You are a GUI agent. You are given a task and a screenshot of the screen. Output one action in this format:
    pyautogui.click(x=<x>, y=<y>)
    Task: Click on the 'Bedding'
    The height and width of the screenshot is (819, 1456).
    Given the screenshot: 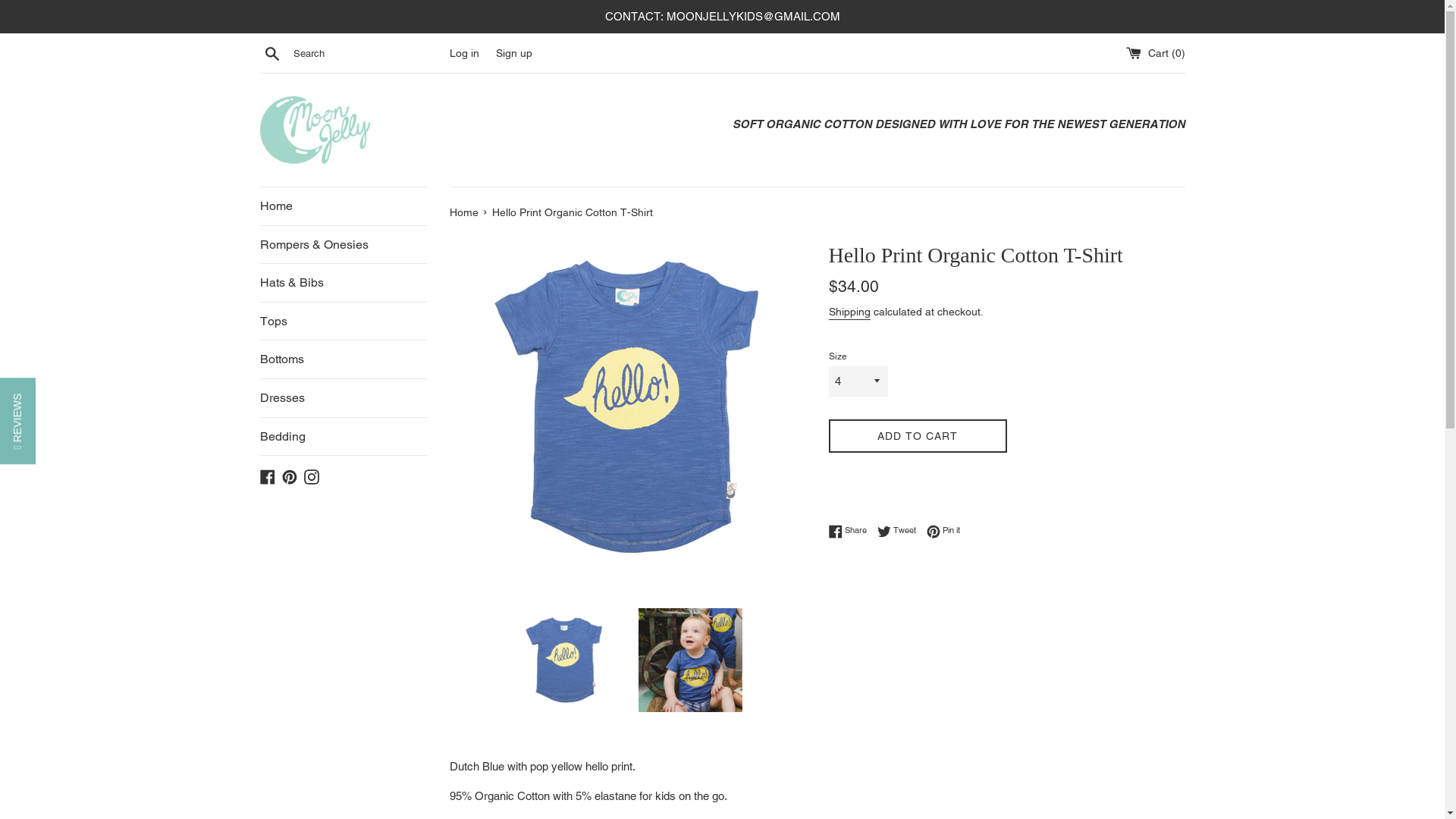 What is the action you would take?
    pyautogui.click(x=341, y=436)
    